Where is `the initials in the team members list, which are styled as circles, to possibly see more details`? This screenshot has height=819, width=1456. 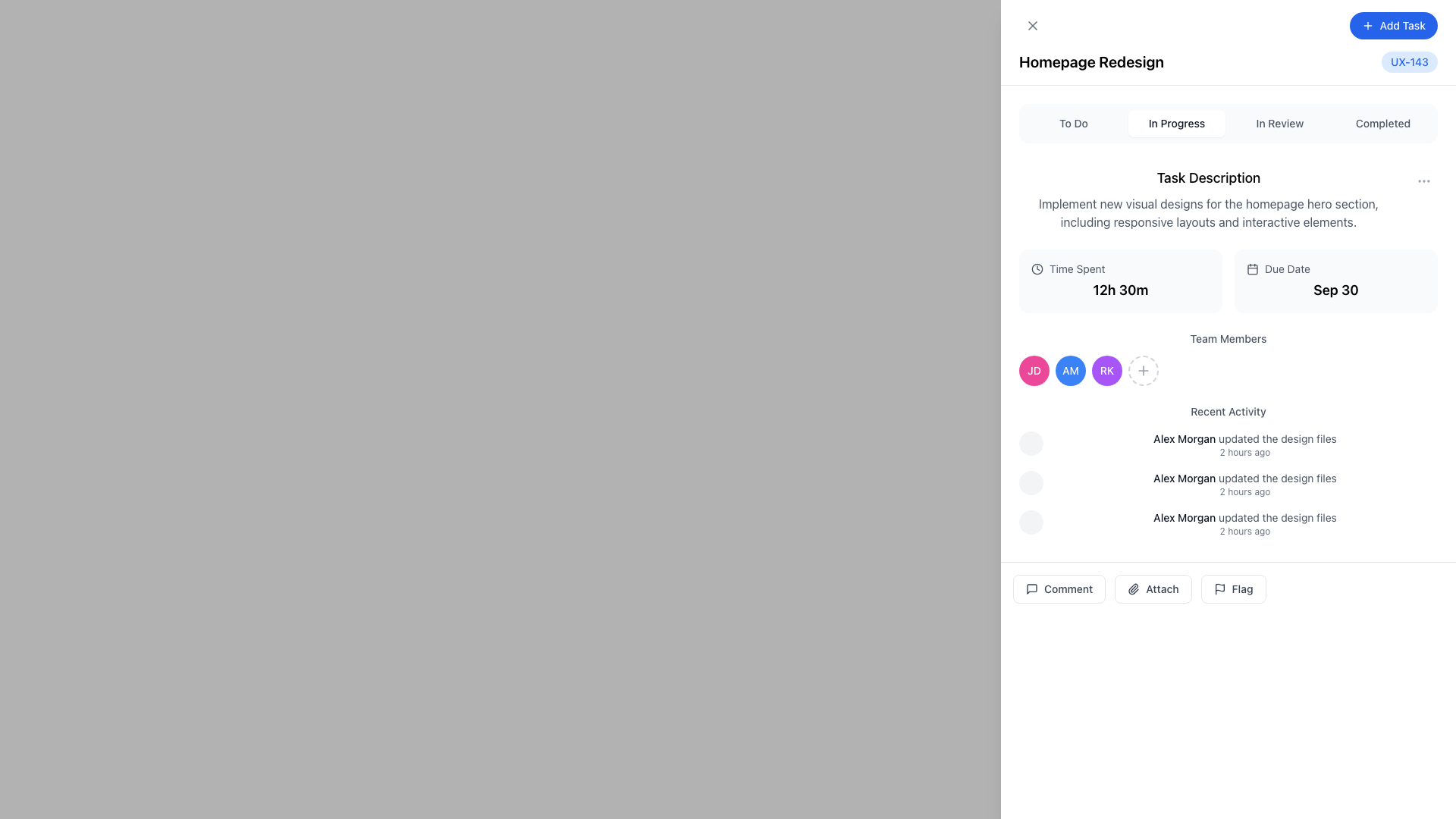
the initials in the team members list, which are styled as circles, to possibly see more details is located at coordinates (1228, 371).